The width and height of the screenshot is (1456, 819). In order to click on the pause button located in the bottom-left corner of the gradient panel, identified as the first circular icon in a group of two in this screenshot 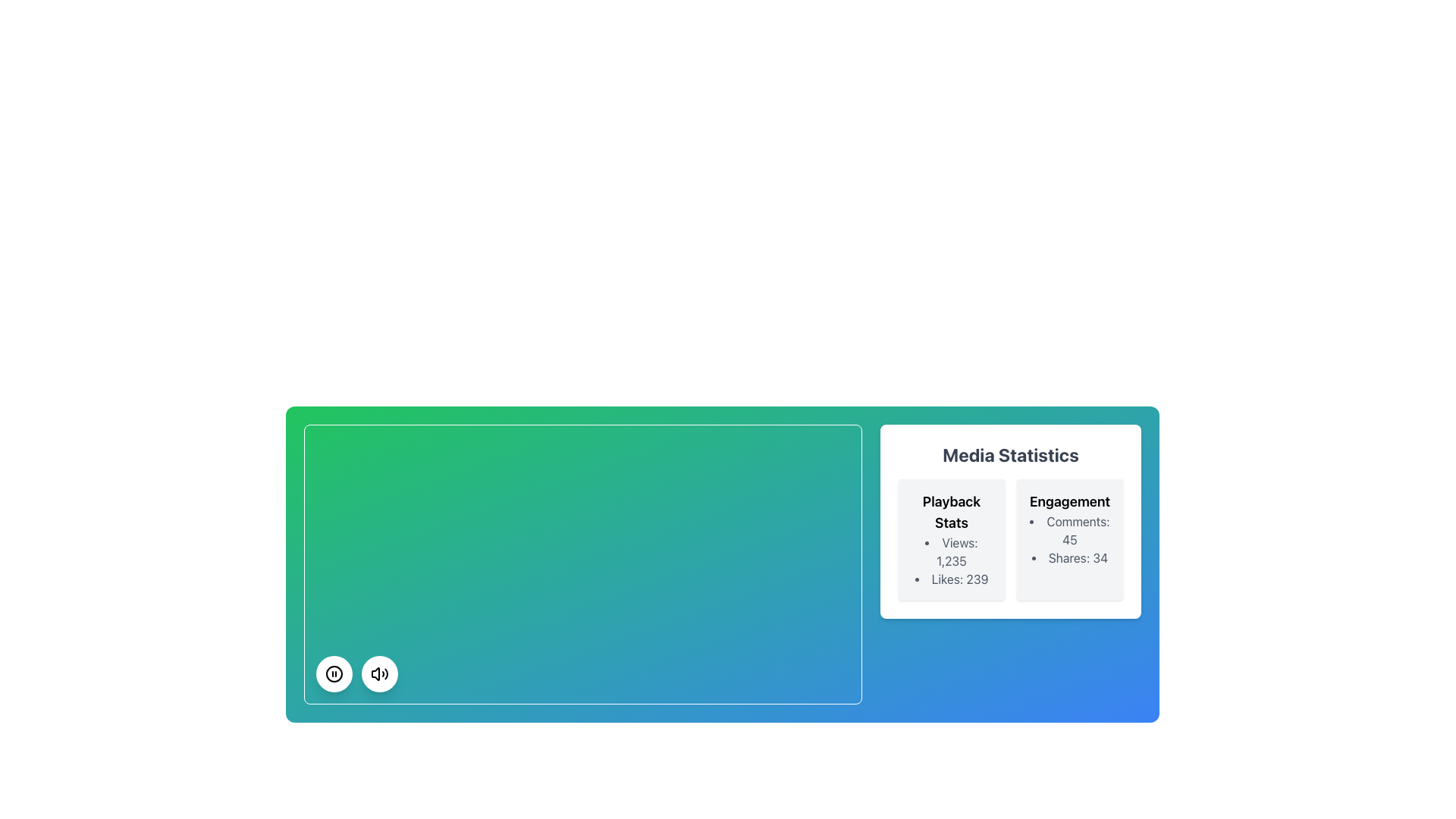, I will do `click(334, 673)`.